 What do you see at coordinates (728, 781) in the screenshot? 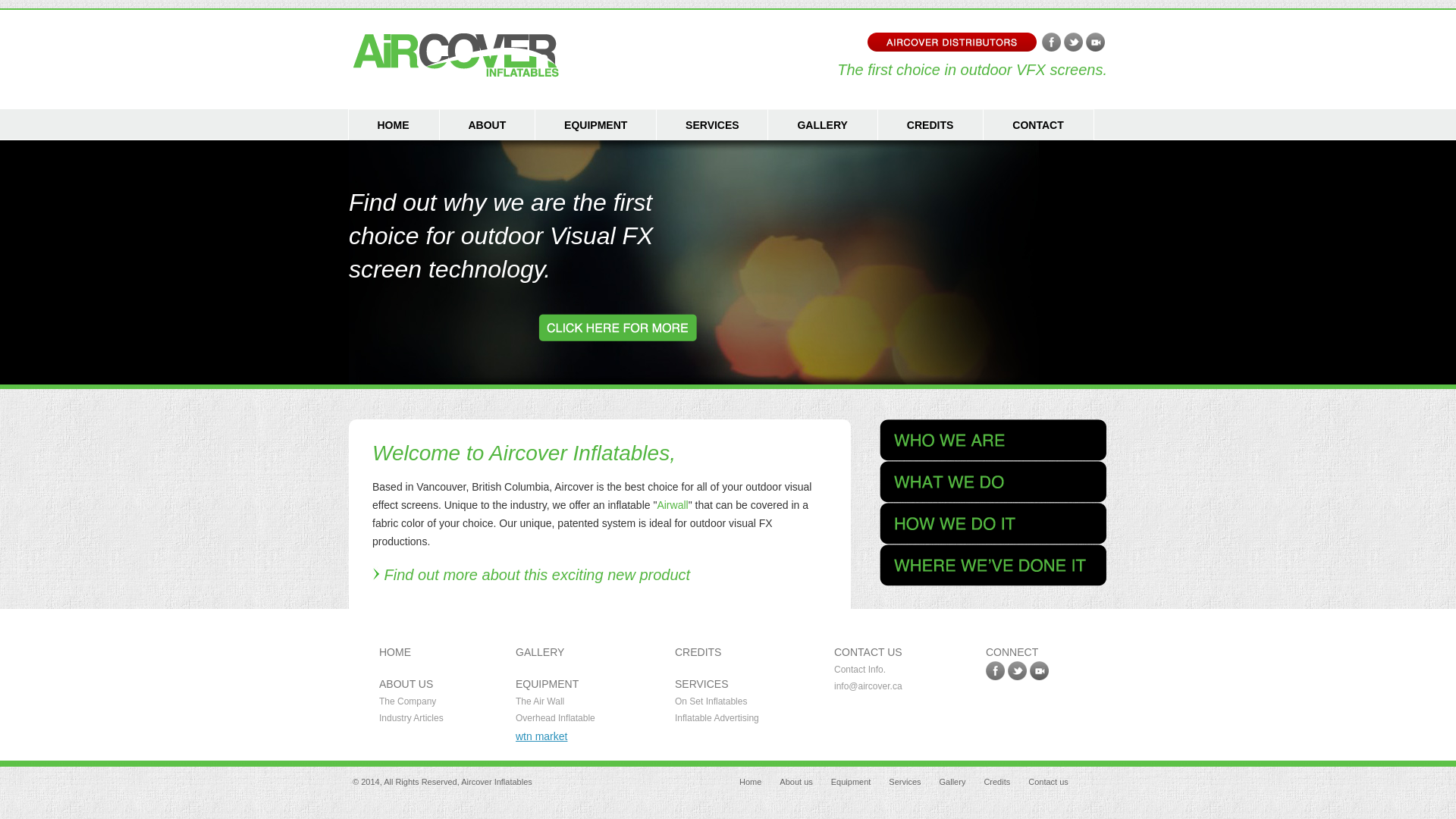
I see `'Home'` at bounding box center [728, 781].